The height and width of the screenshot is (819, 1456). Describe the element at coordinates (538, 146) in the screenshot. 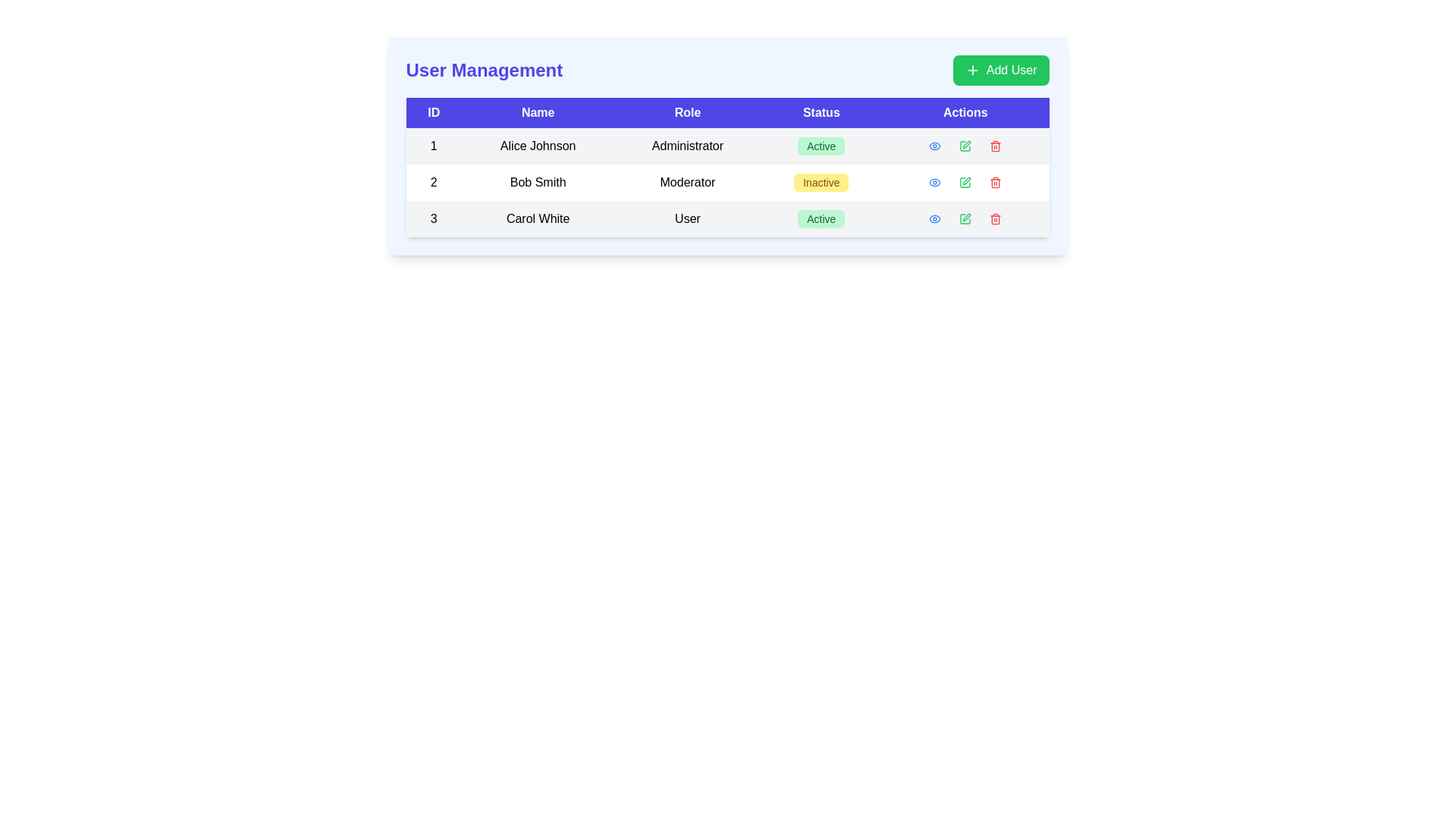

I see `text displayed in the text label showing 'Alice Johnson' in the 'Name' column of the first row of the user management table` at that location.